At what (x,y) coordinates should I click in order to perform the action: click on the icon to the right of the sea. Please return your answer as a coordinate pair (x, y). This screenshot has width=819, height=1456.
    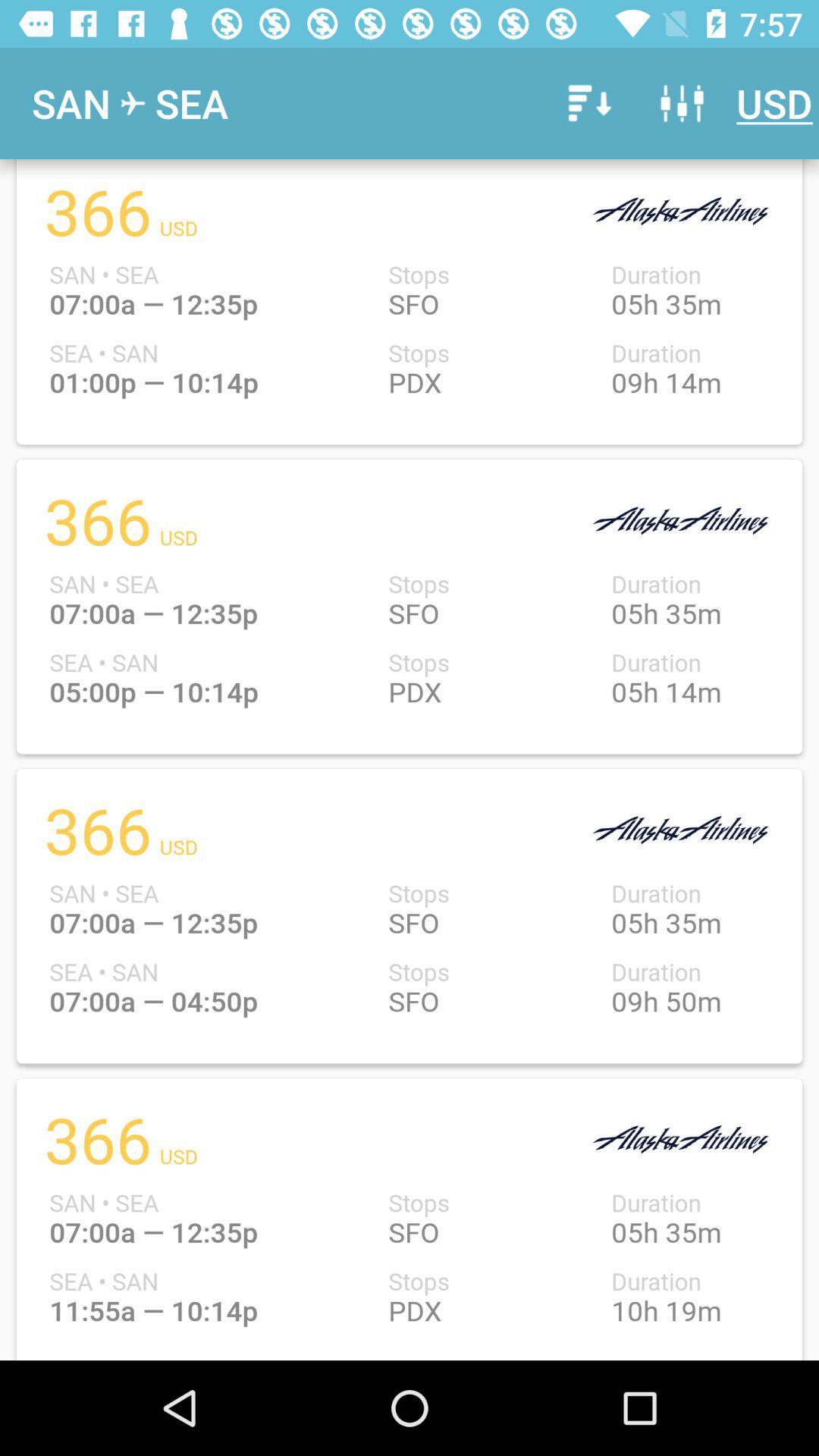
    Looking at the image, I should click on (586, 102).